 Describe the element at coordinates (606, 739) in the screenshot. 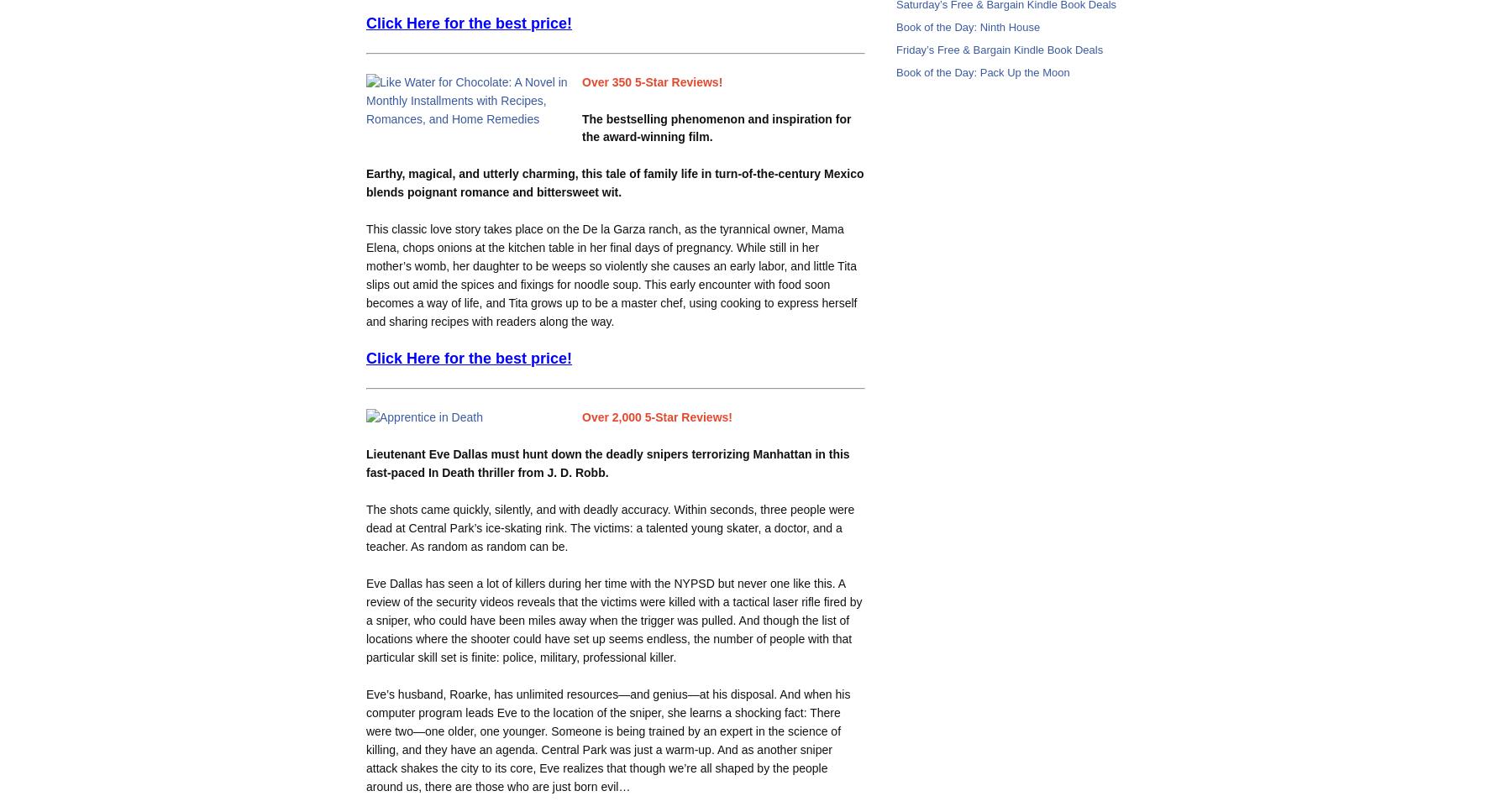

I see `'Eve’s husband, Roarke, has unlimited resources—and genius—at his disposal. And when his computer program leads Eve to the location of the sniper, she learns a shocking fact: There were two—one older, one younger. Someone is being trained by an expert in the science of killing, and they have an agenda. Central Park was just a warm-up. And as another sniper attack shakes the city to its core, Eve realizes that though we’re all shaped by the people around us, there are those who are just born evil…'` at that location.